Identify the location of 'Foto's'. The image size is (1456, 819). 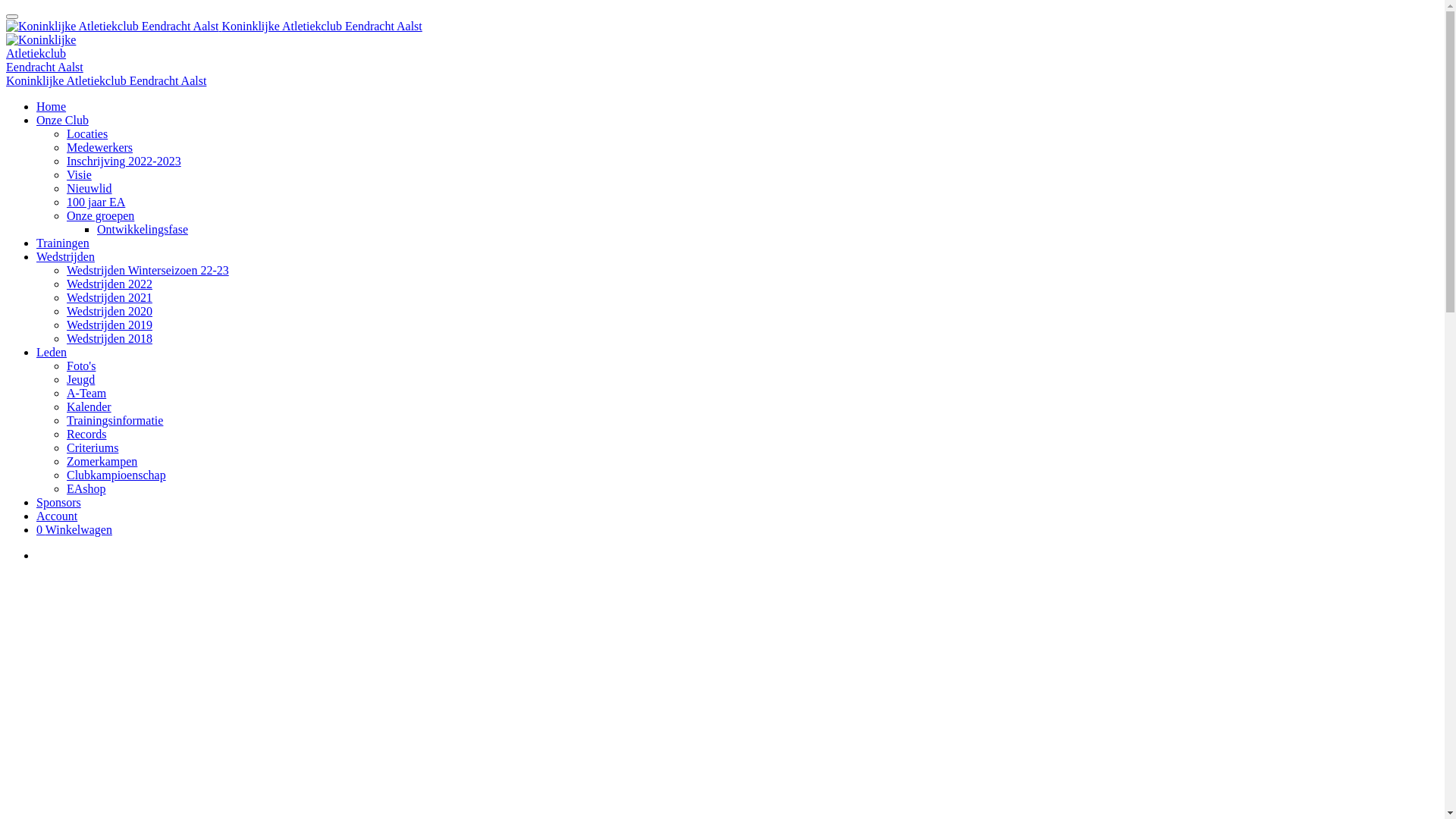
(80, 366).